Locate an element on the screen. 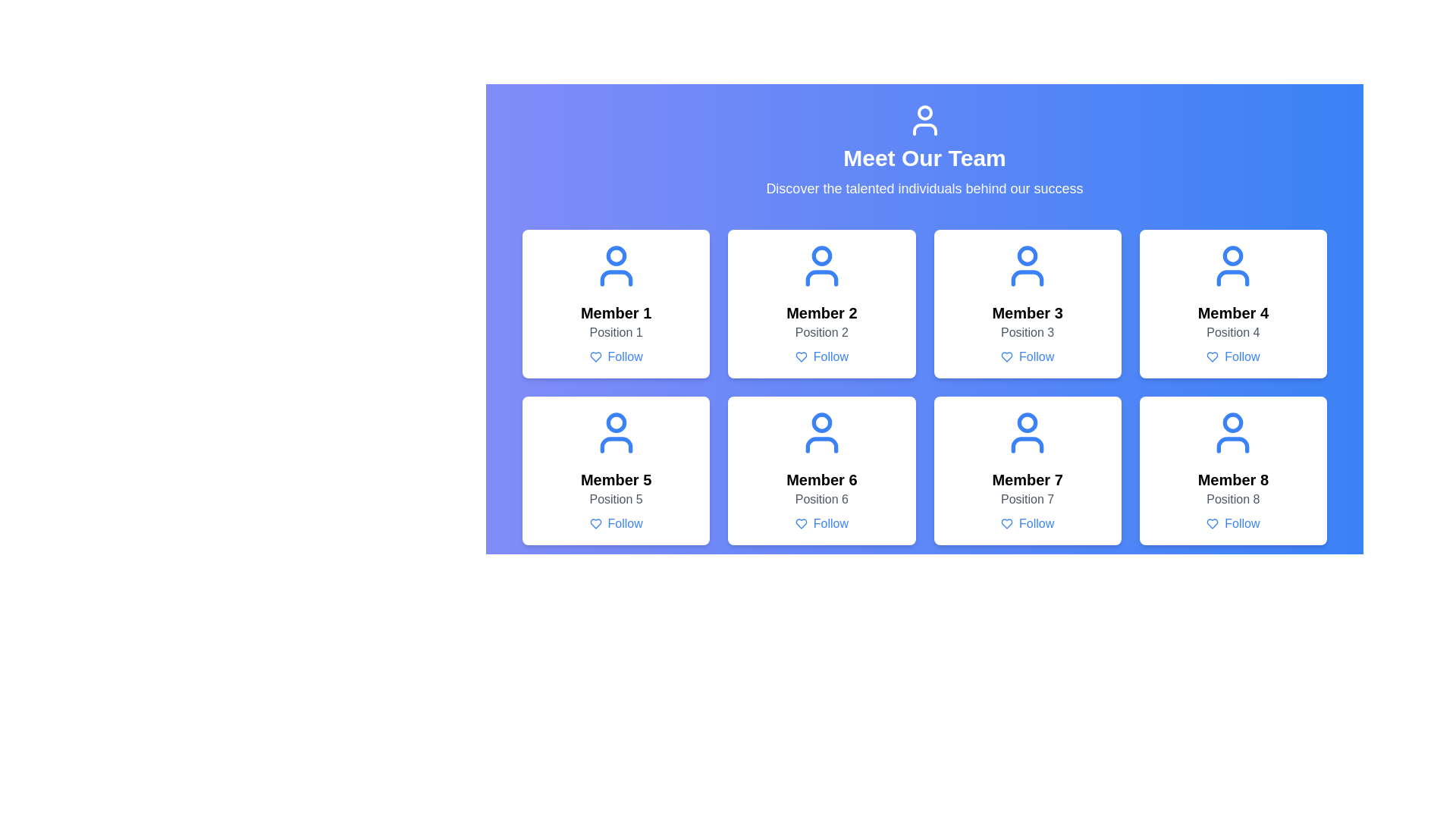 This screenshot has width=1456, height=819. the heart icon located within the card labeled 'Member 3 Position 3' to indicate a 'like' or 'favorite' action is located at coordinates (1007, 356).